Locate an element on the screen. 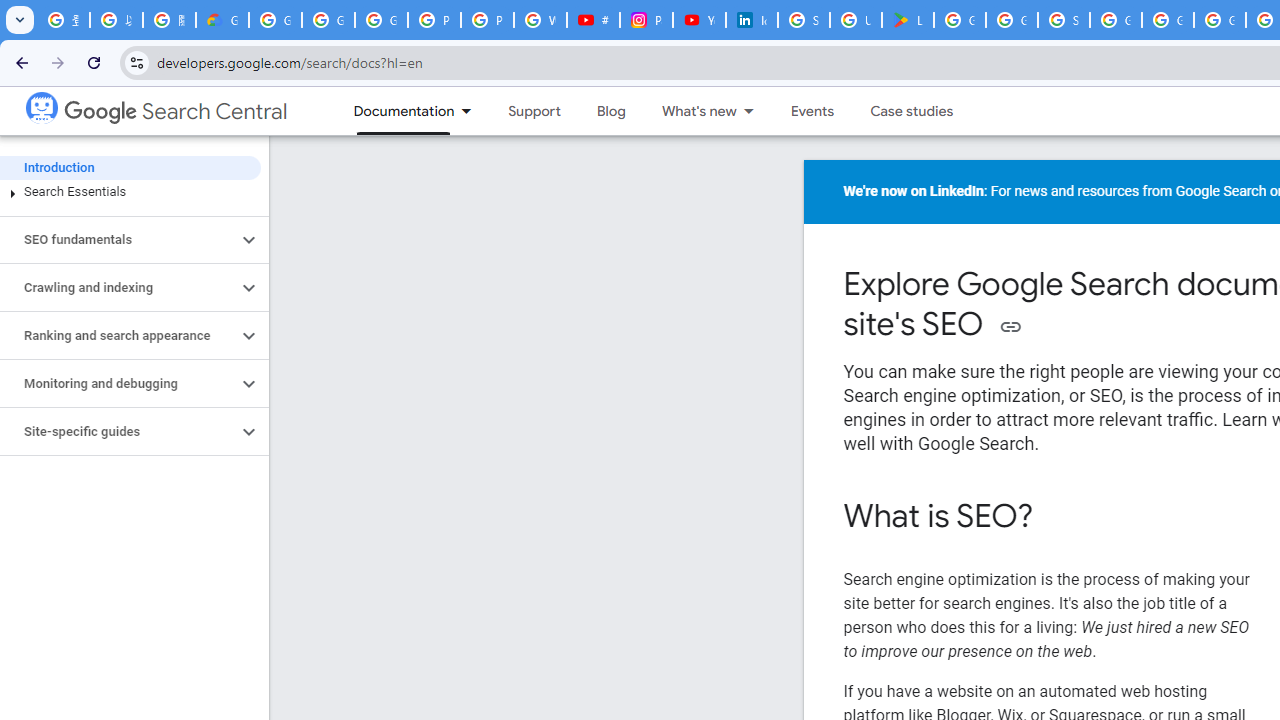 The width and height of the screenshot is (1280, 720). 'Sign in - Google Accounts' is located at coordinates (803, 20).